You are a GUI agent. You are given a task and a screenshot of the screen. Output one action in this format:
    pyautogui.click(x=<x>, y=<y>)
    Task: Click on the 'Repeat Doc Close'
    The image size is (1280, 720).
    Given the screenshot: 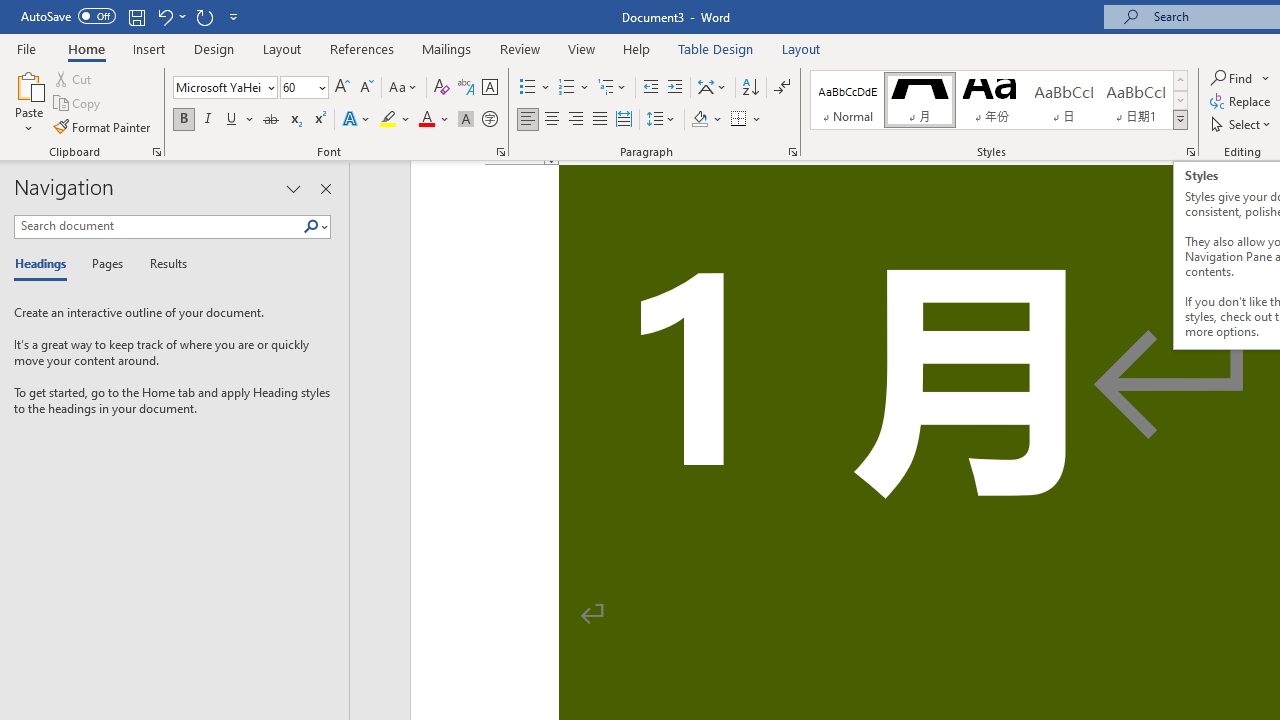 What is the action you would take?
    pyautogui.click(x=204, y=16)
    